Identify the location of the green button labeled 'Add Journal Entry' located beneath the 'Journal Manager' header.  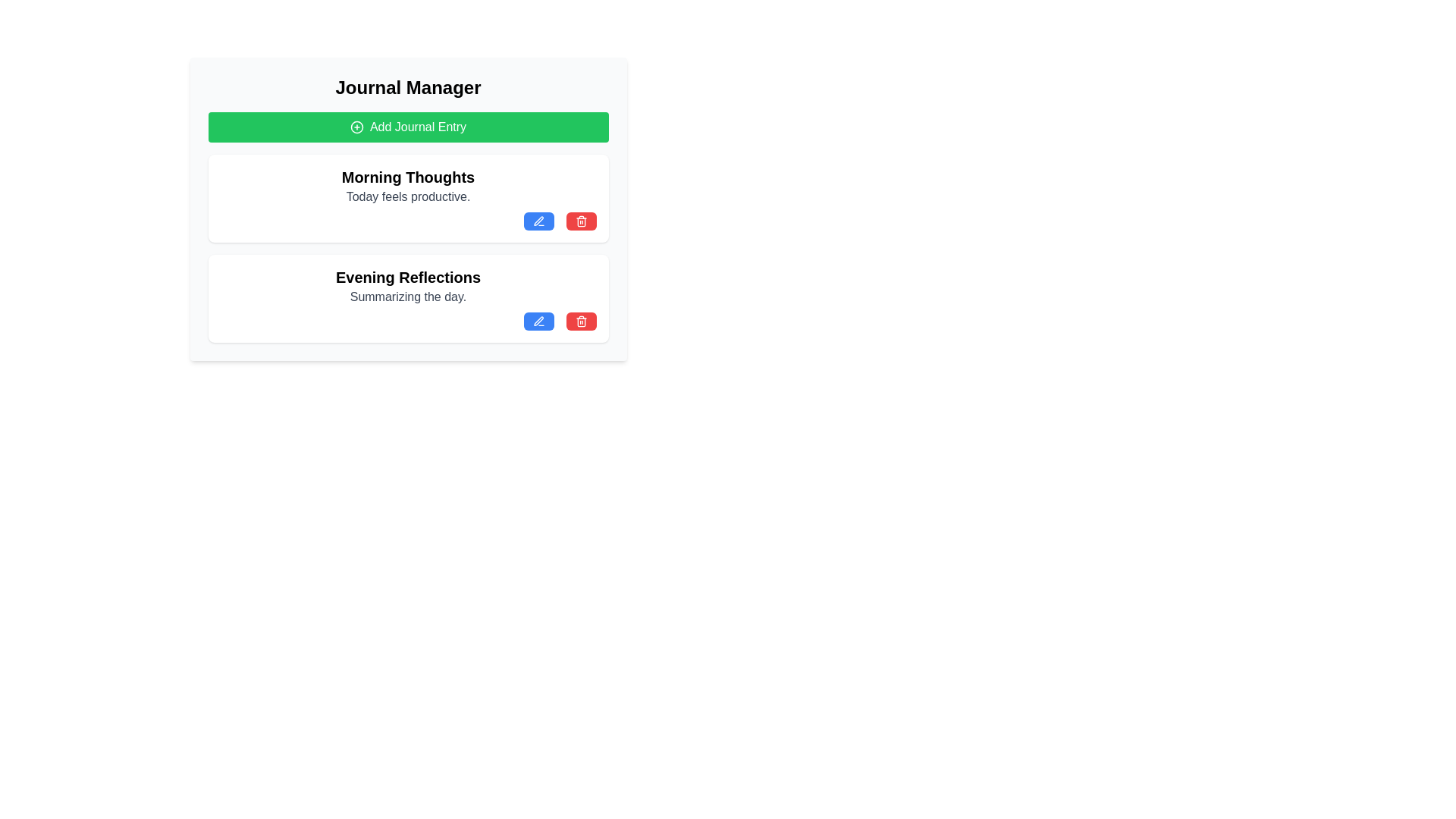
(408, 127).